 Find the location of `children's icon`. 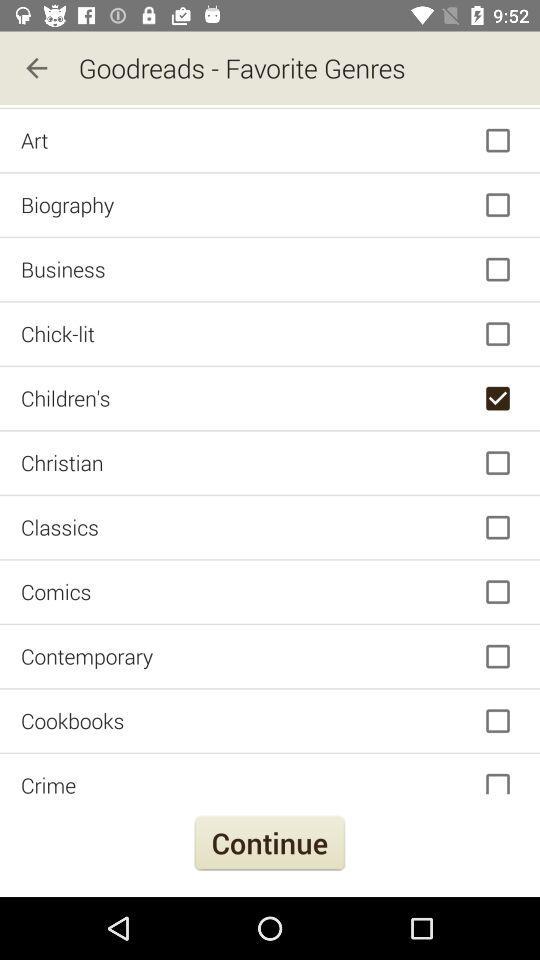

children's icon is located at coordinates (270, 397).